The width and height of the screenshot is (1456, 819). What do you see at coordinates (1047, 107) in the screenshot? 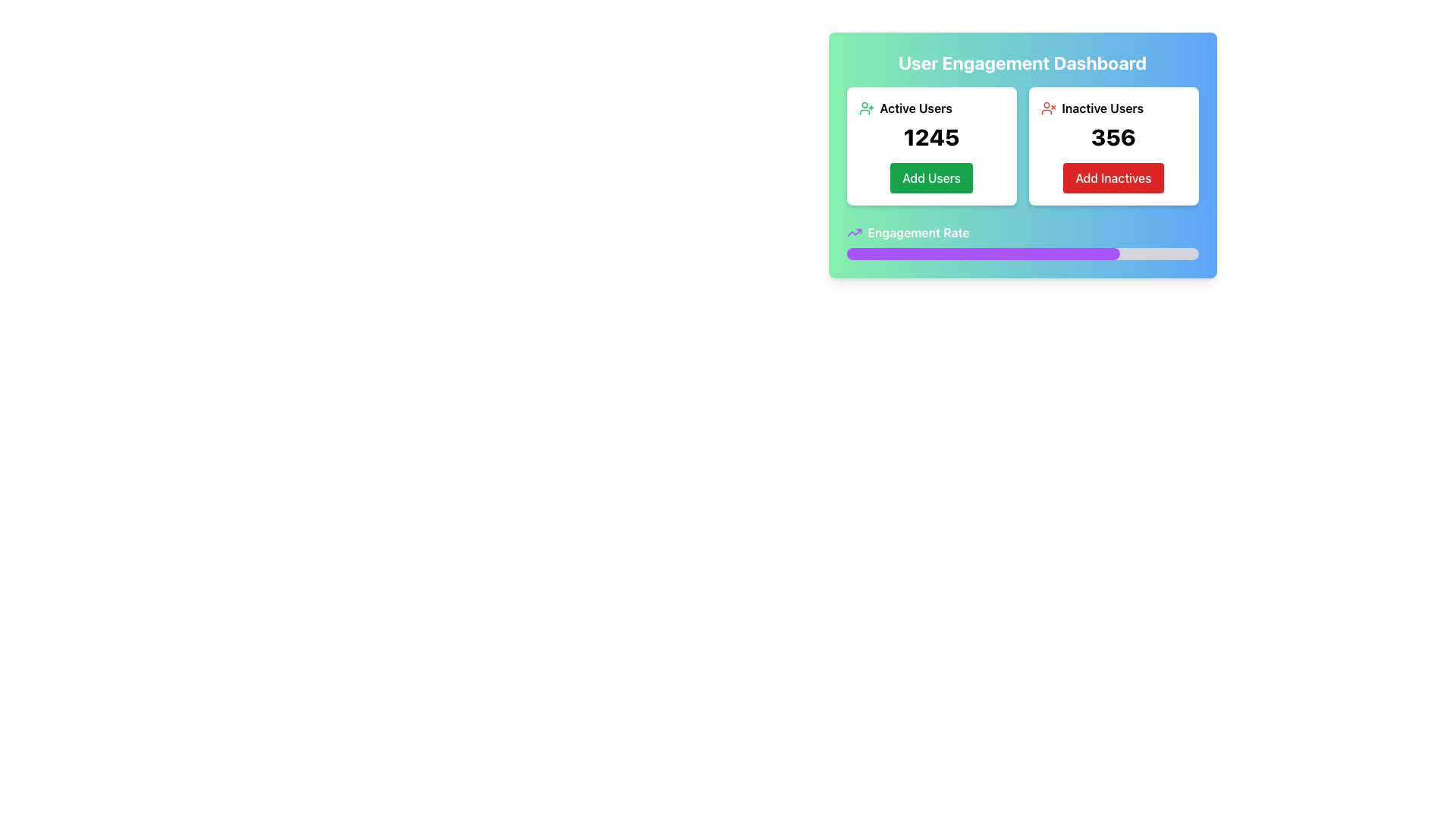
I see `the icon representing inactive users located in the 'Inactive Users' section, positioned to the left of the number '356' and the red button labeled 'Add Inactives'` at bounding box center [1047, 107].